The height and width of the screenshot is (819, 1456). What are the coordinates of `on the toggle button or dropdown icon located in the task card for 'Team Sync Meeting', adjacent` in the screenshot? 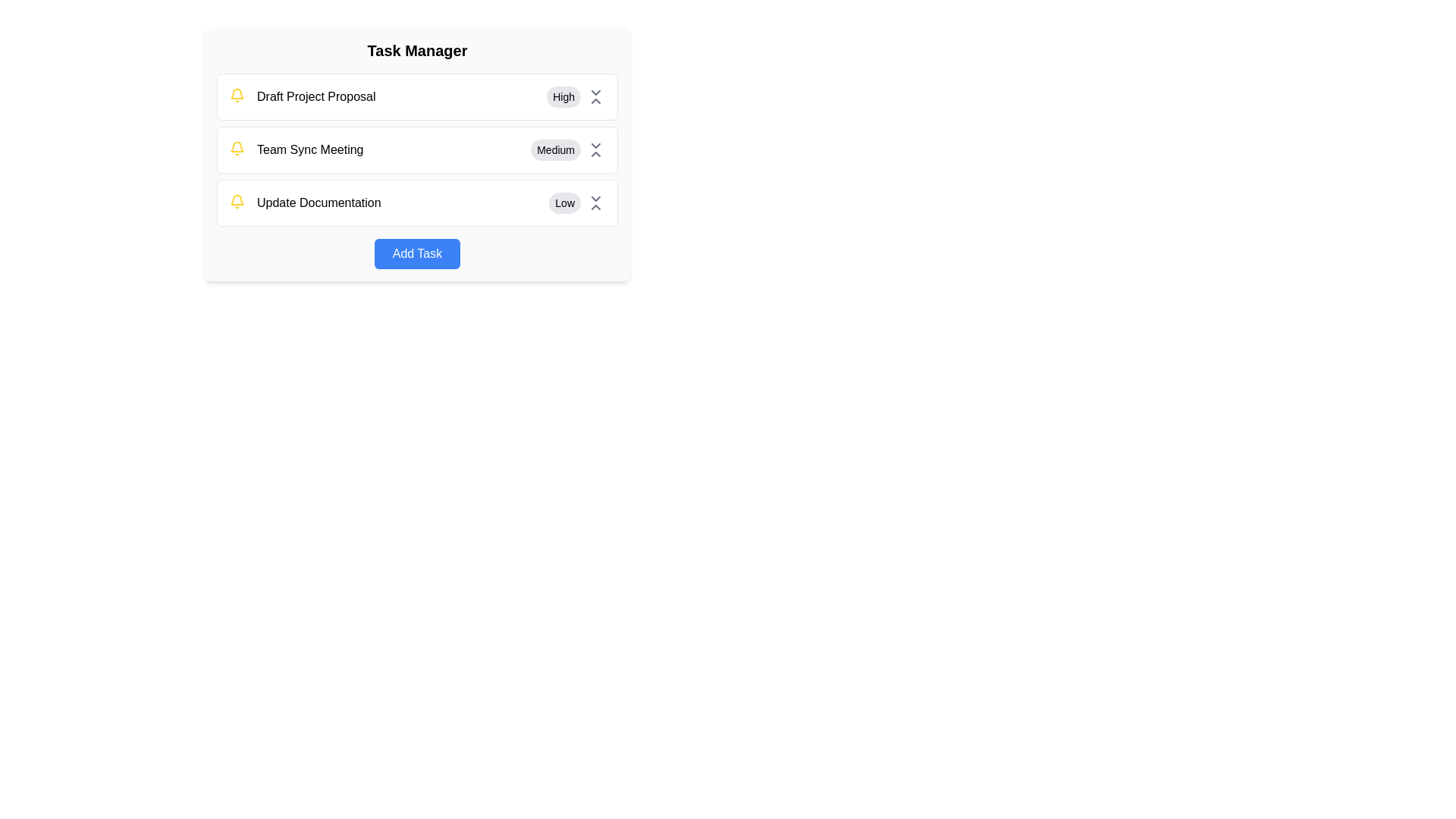 It's located at (595, 149).